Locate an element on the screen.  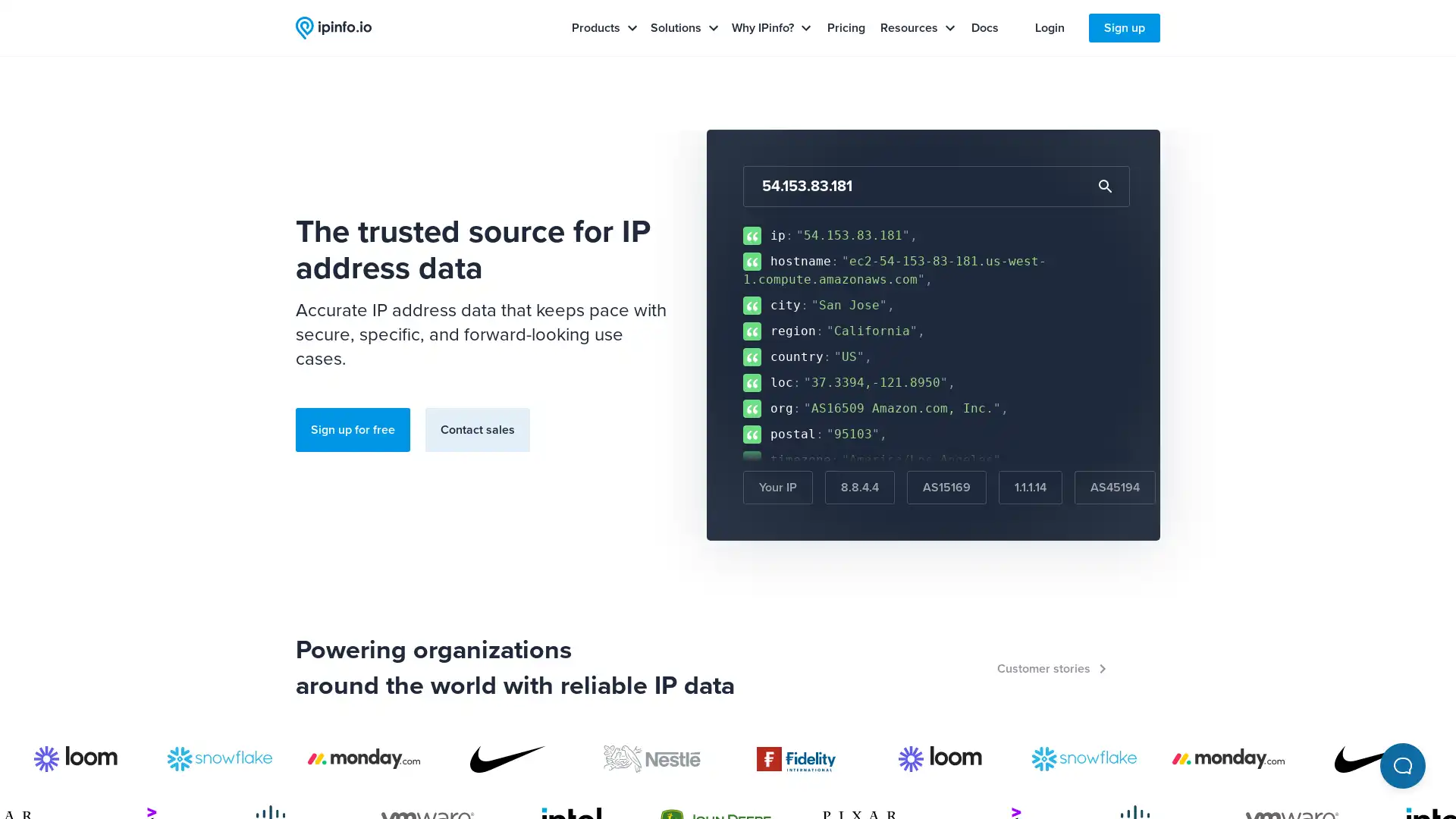
AS45194 is located at coordinates (1115, 488).